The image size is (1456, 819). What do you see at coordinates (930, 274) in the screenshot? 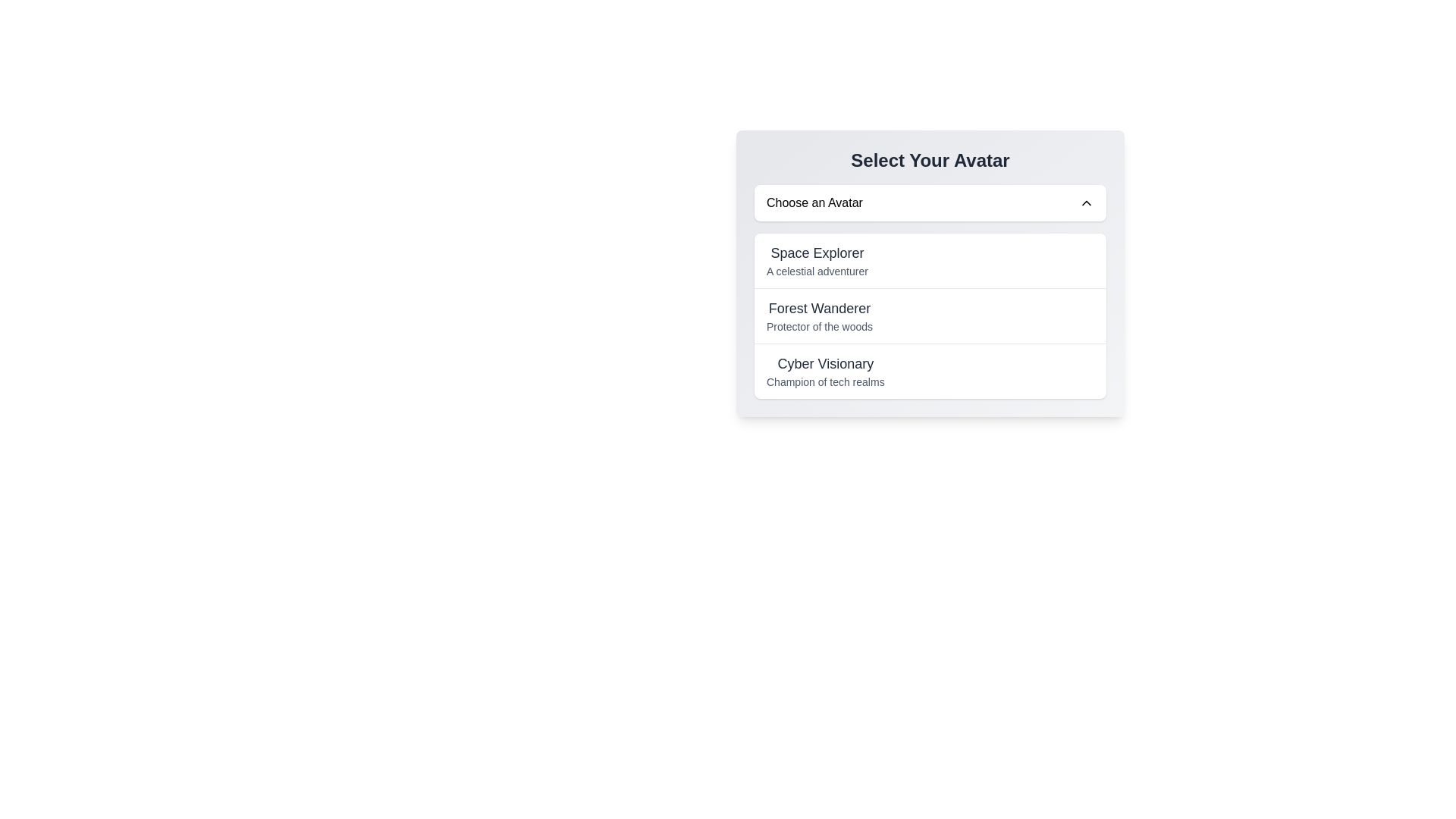
I see `the 'Space Explorer' choice card within the 'Select Your Avatar' option card` at bounding box center [930, 274].